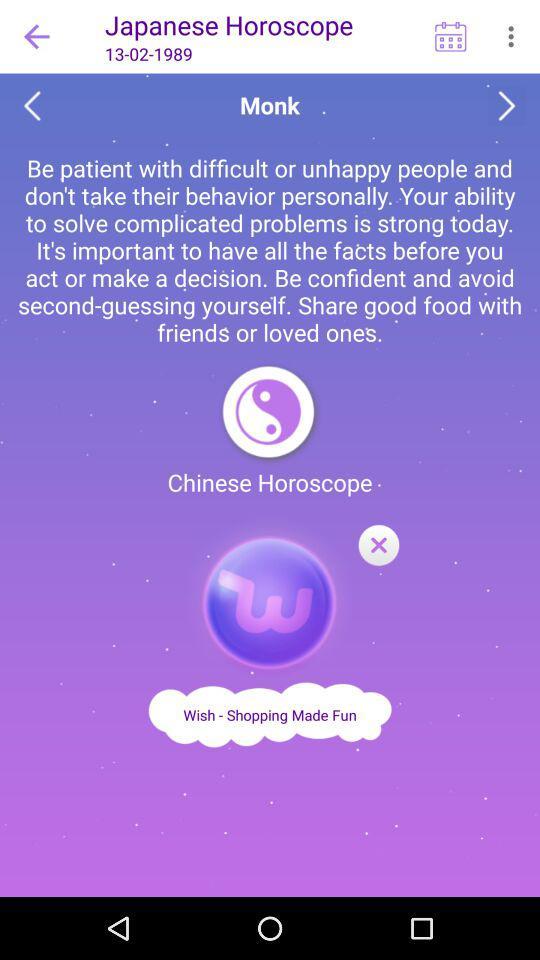 The width and height of the screenshot is (540, 960). I want to click on go back, so click(31, 106).